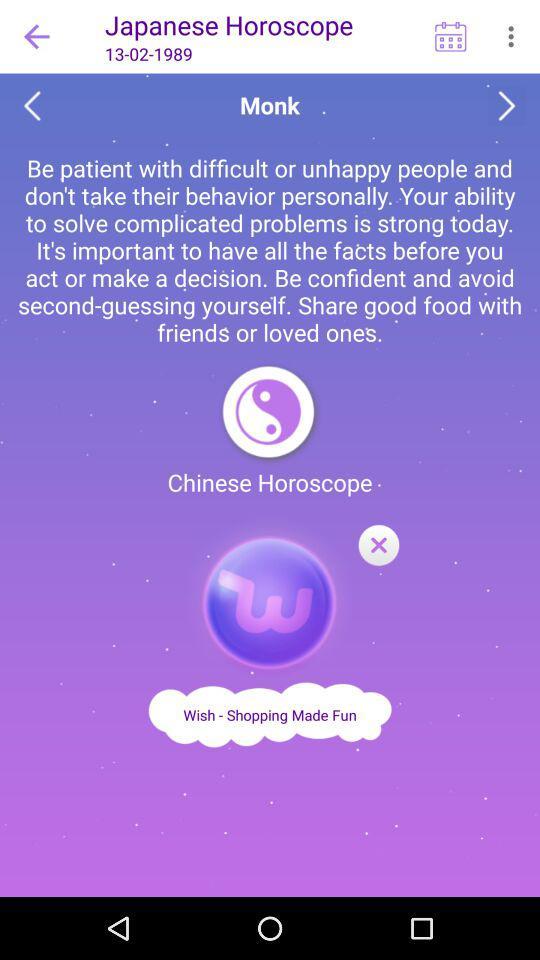 The width and height of the screenshot is (540, 960). I want to click on go back, so click(31, 106).